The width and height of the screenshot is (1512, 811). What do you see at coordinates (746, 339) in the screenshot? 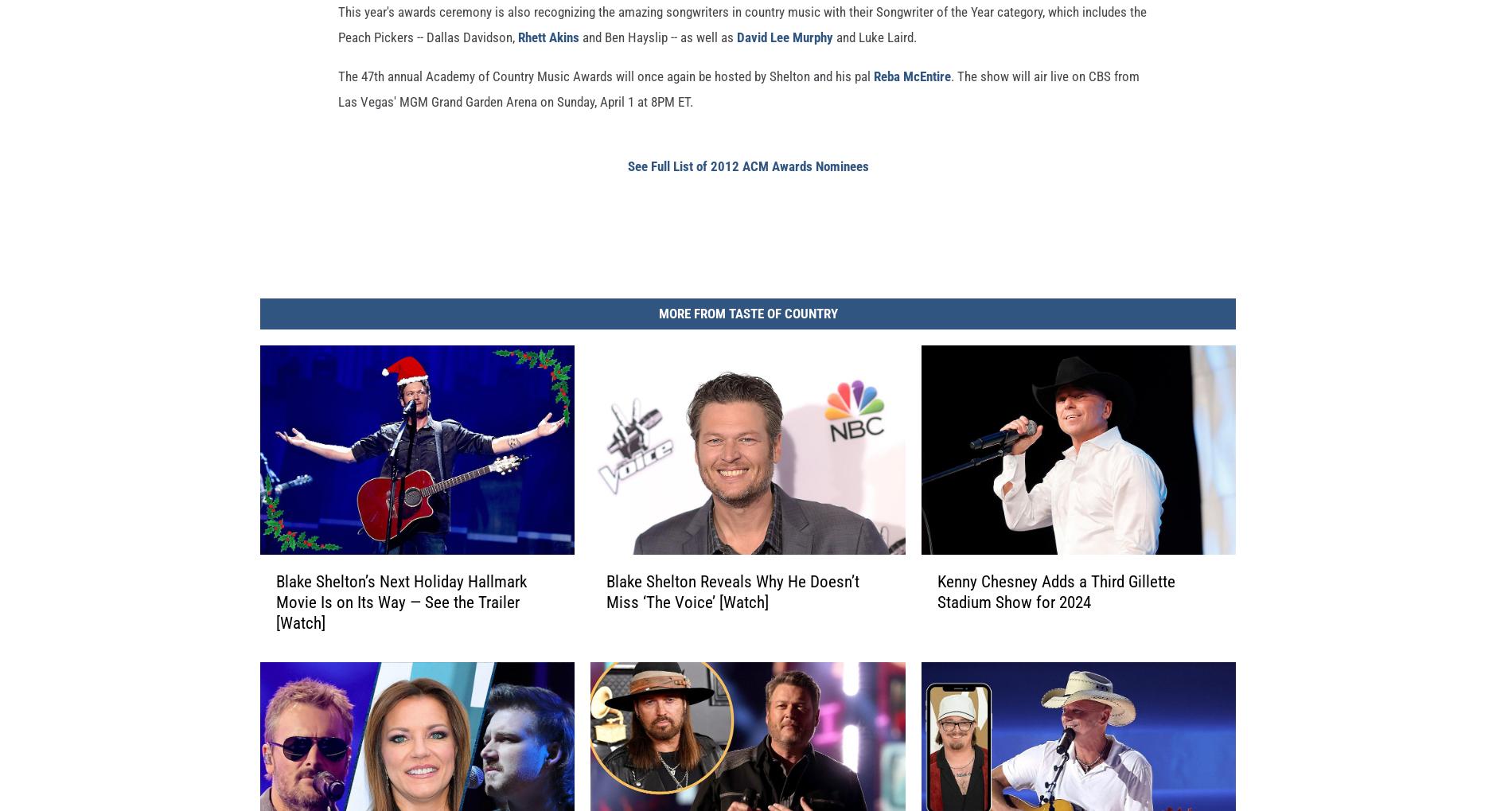
I see `'More From Taste of Country'` at bounding box center [746, 339].